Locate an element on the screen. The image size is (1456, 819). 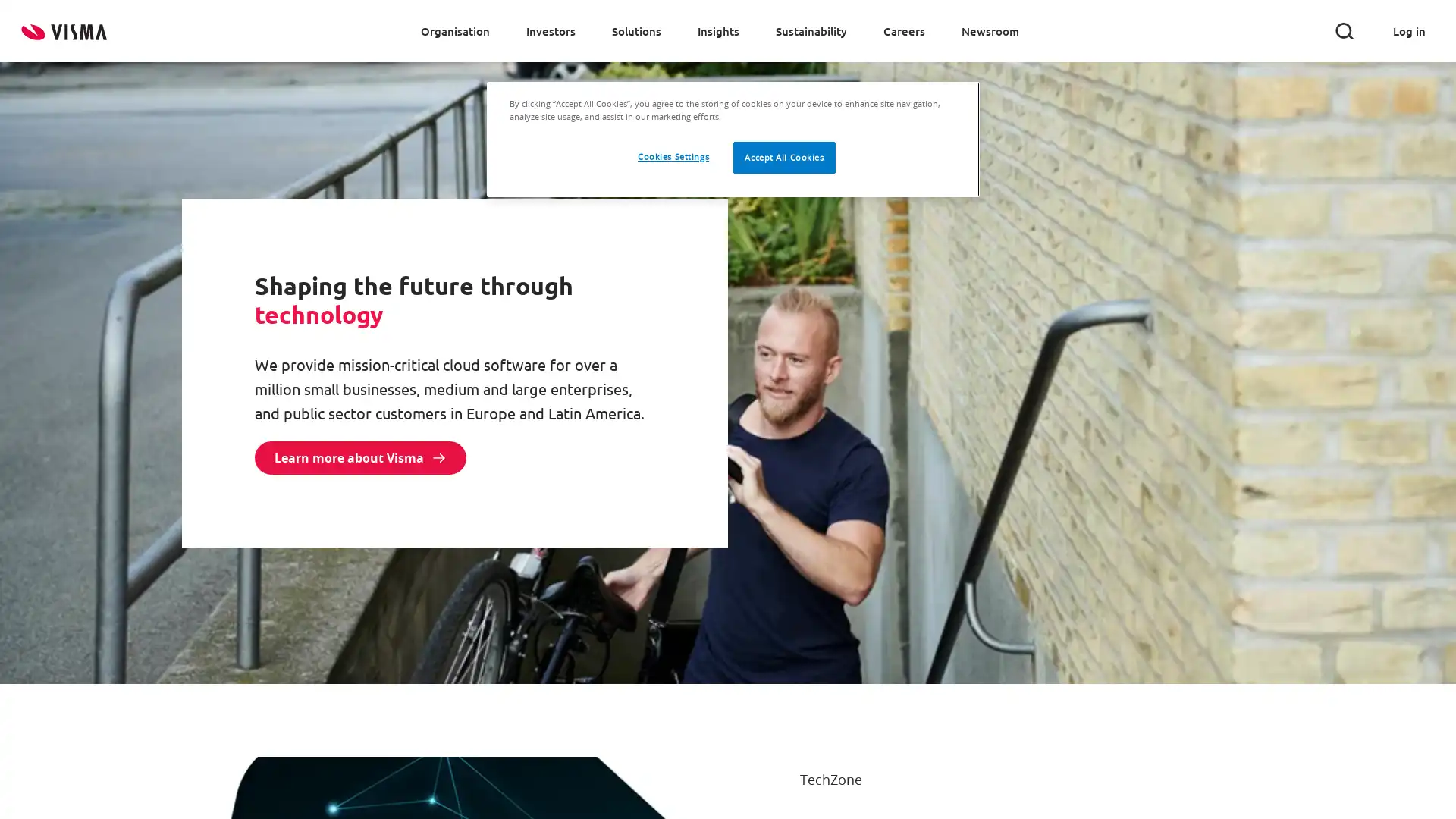
Cookies Settings is located at coordinates (672, 157).